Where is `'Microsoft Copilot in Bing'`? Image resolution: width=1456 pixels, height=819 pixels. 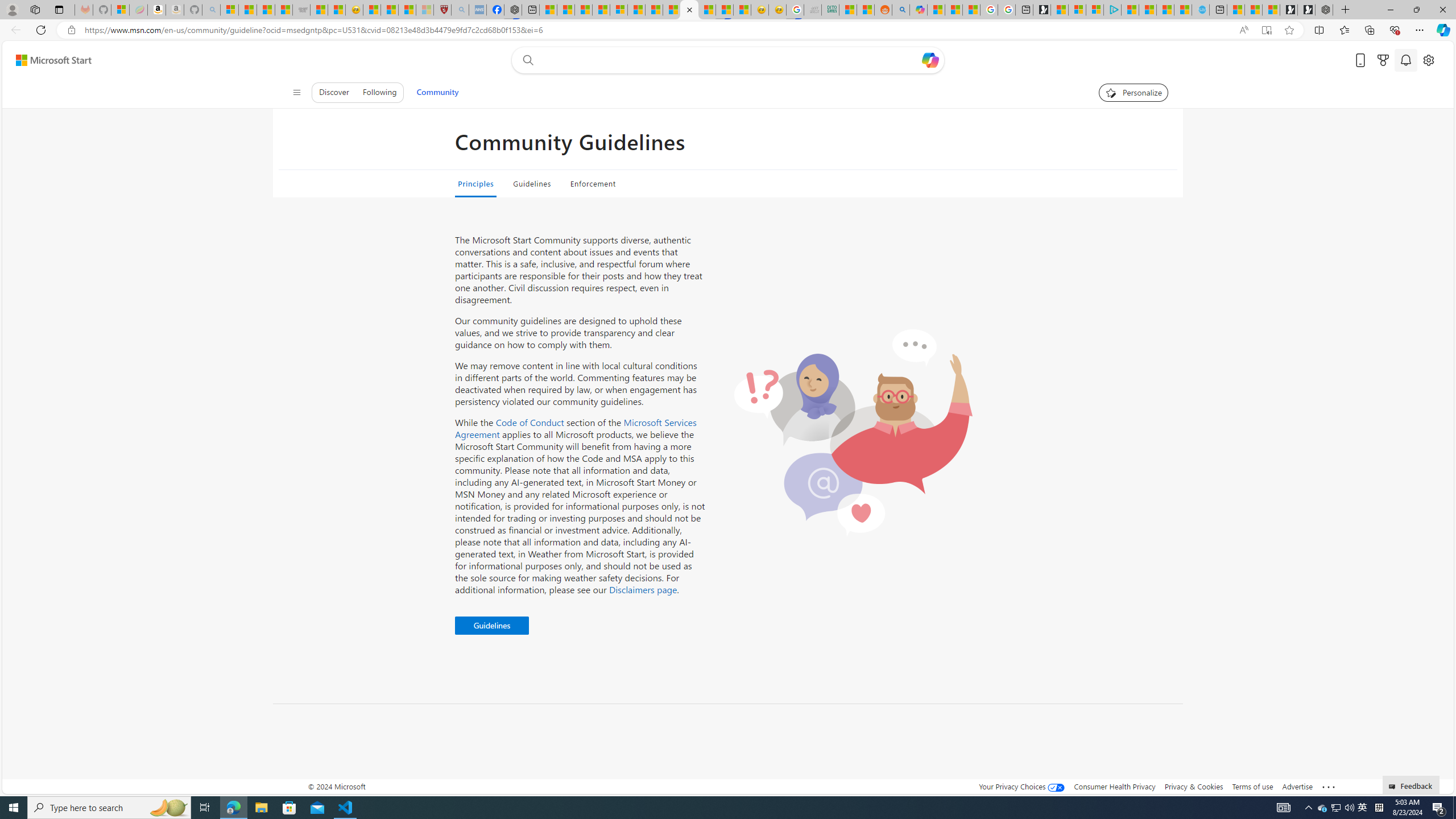 'Microsoft Copilot in Bing' is located at coordinates (918, 9).